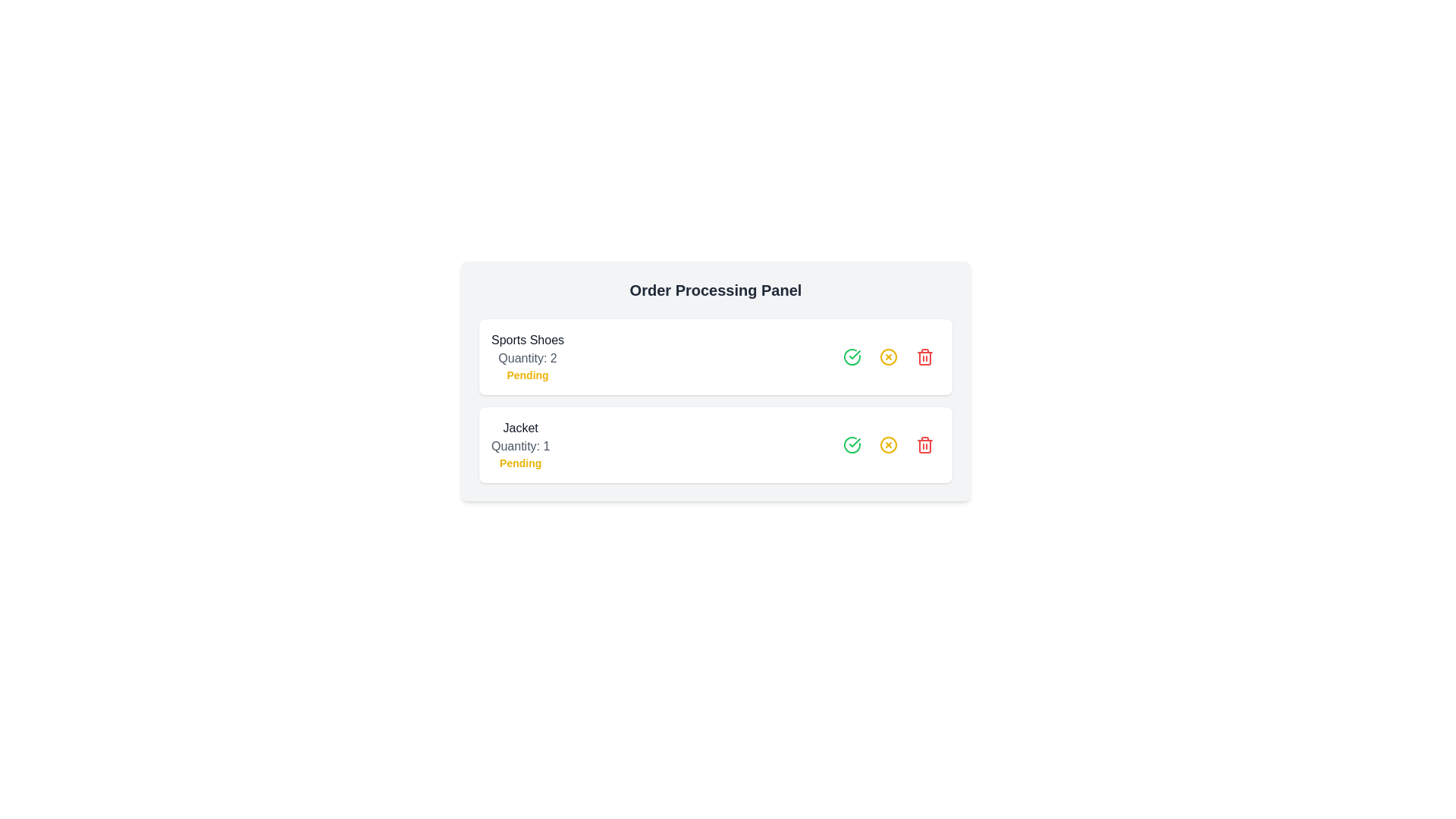 This screenshot has height=819, width=1456. Describe the element at coordinates (888, 444) in the screenshot. I see `the circular icon button featuring a yellow cross within a yellow border, positioned between a green checkmark icon and a red trash can icon, below the list of 'Jacket' details` at that location.